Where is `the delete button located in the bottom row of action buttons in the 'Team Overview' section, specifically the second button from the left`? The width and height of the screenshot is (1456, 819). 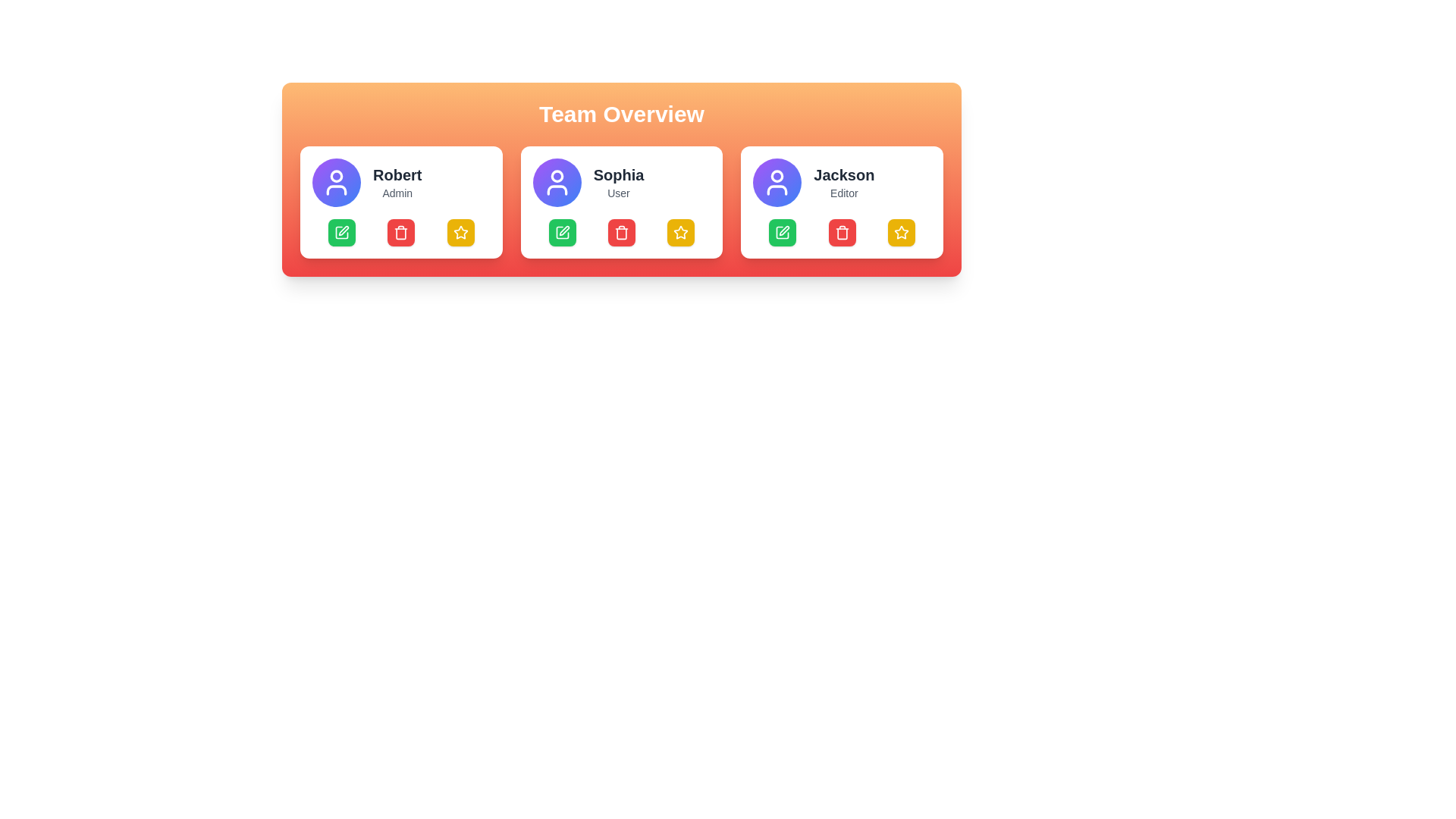 the delete button located in the bottom row of action buttons in the 'Team Overview' section, specifically the second button from the left is located at coordinates (401, 233).